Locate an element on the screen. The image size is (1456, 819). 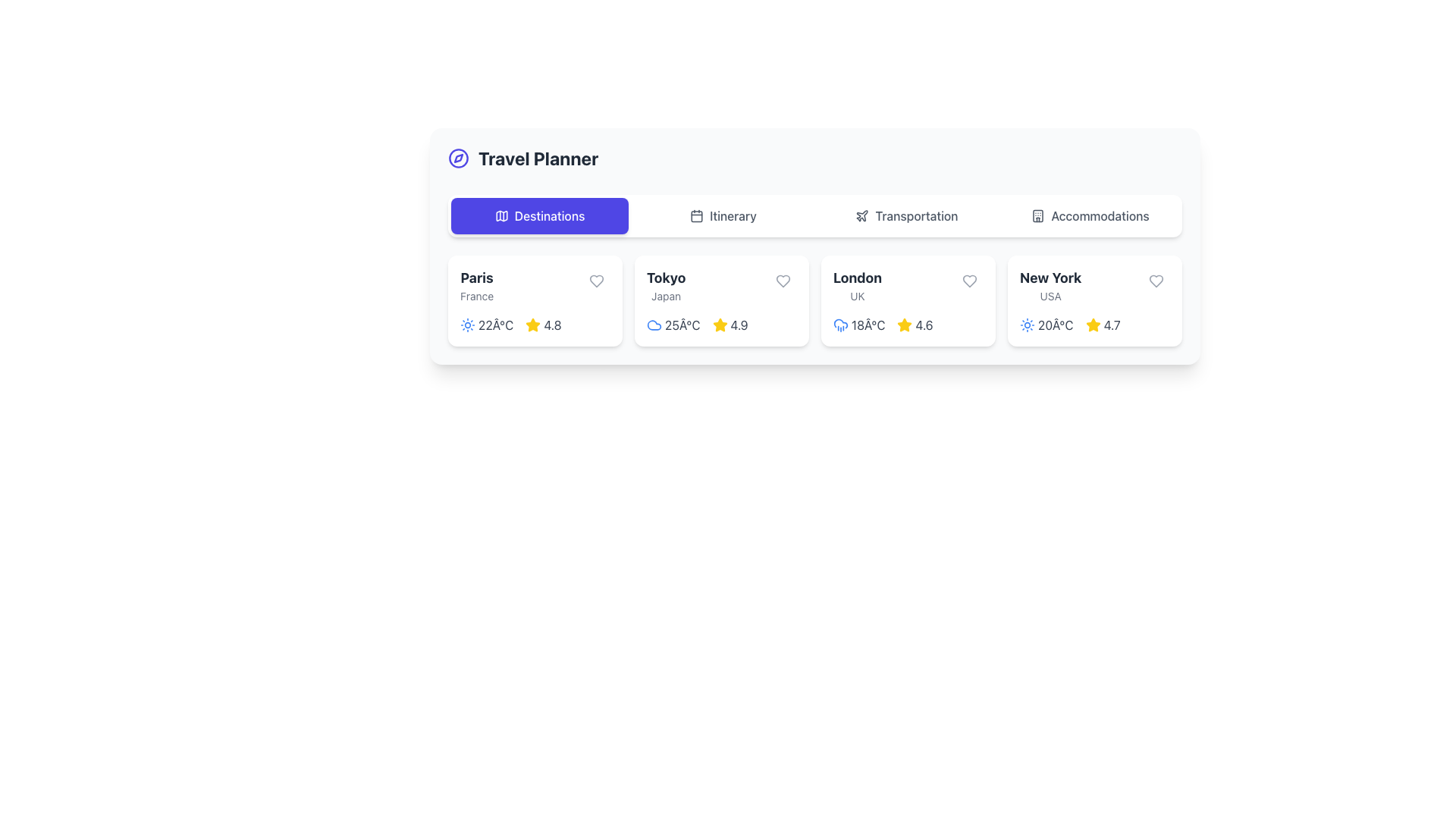
the text label that denotes the country associated with the 'New York' destination card located at the lower portion of the card in the 'Travel Planner' interface is located at coordinates (1050, 296).